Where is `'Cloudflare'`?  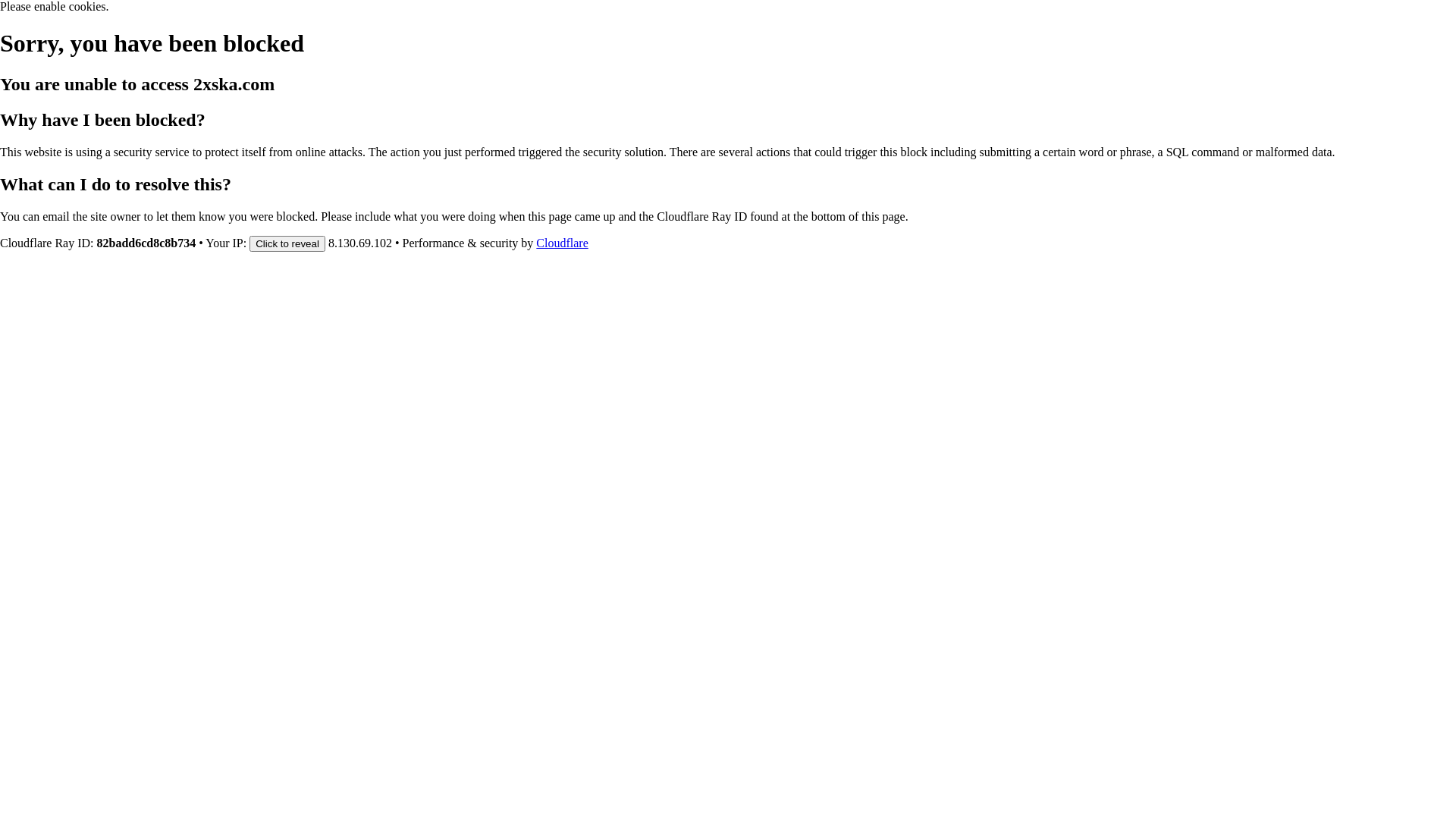
'Cloudflare' is located at coordinates (535, 242).